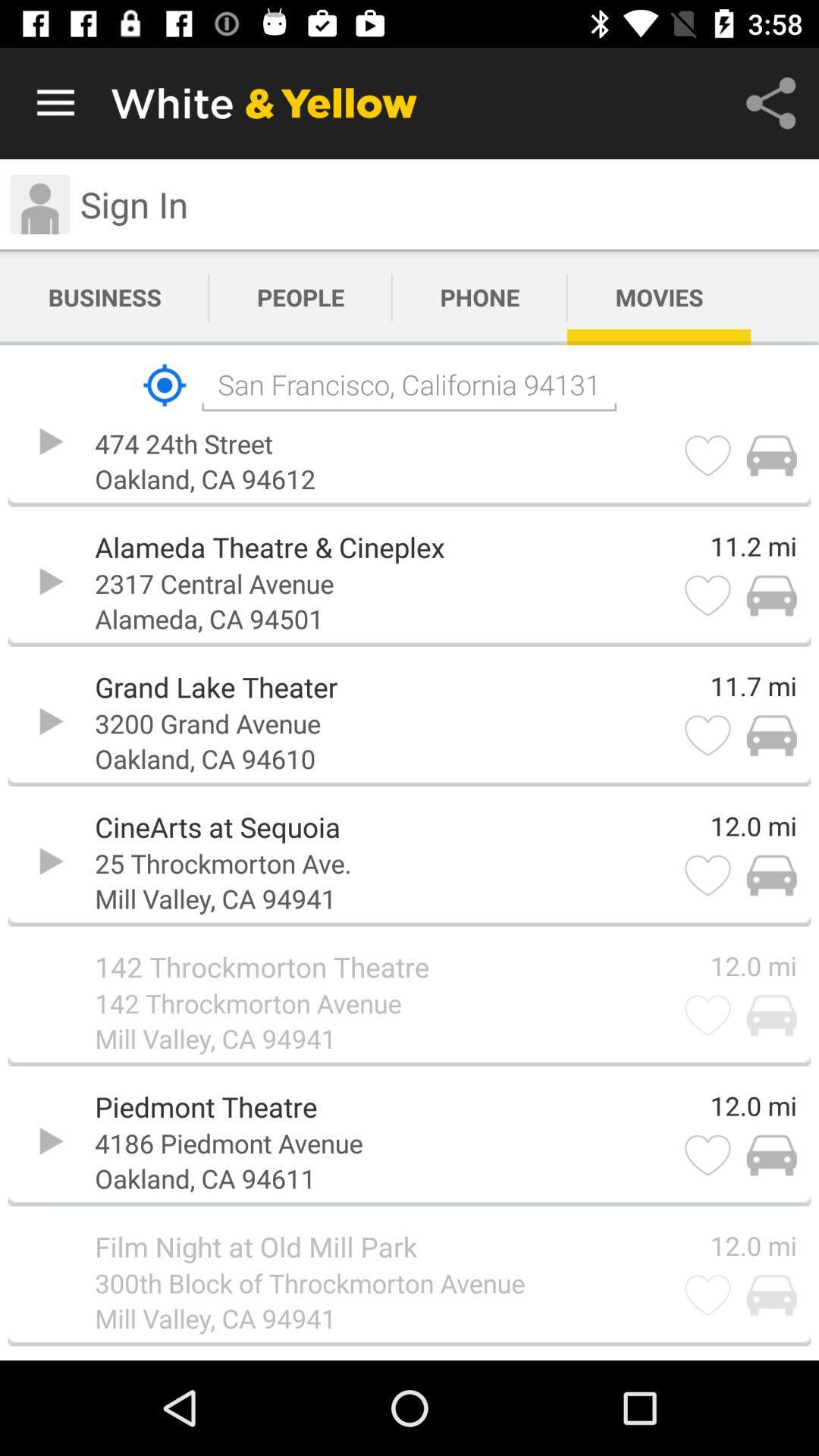 Image resolution: width=819 pixels, height=1456 pixels. What do you see at coordinates (104, 297) in the screenshot?
I see `the icon above san francisco california` at bounding box center [104, 297].